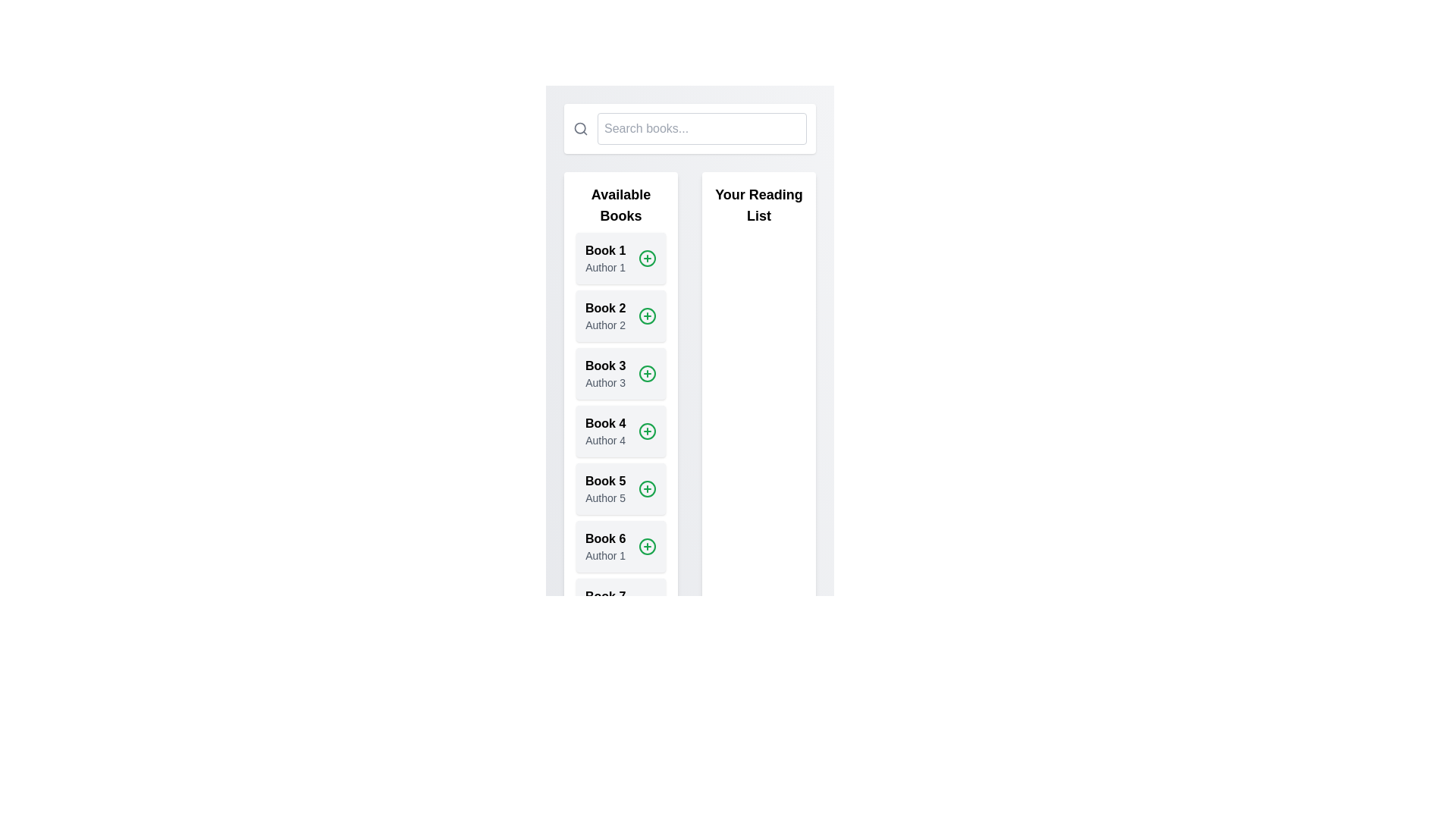  What do you see at coordinates (648, 661) in the screenshot?
I see `the action button for 'Book 8 by Author 3'` at bounding box center [648, 661].